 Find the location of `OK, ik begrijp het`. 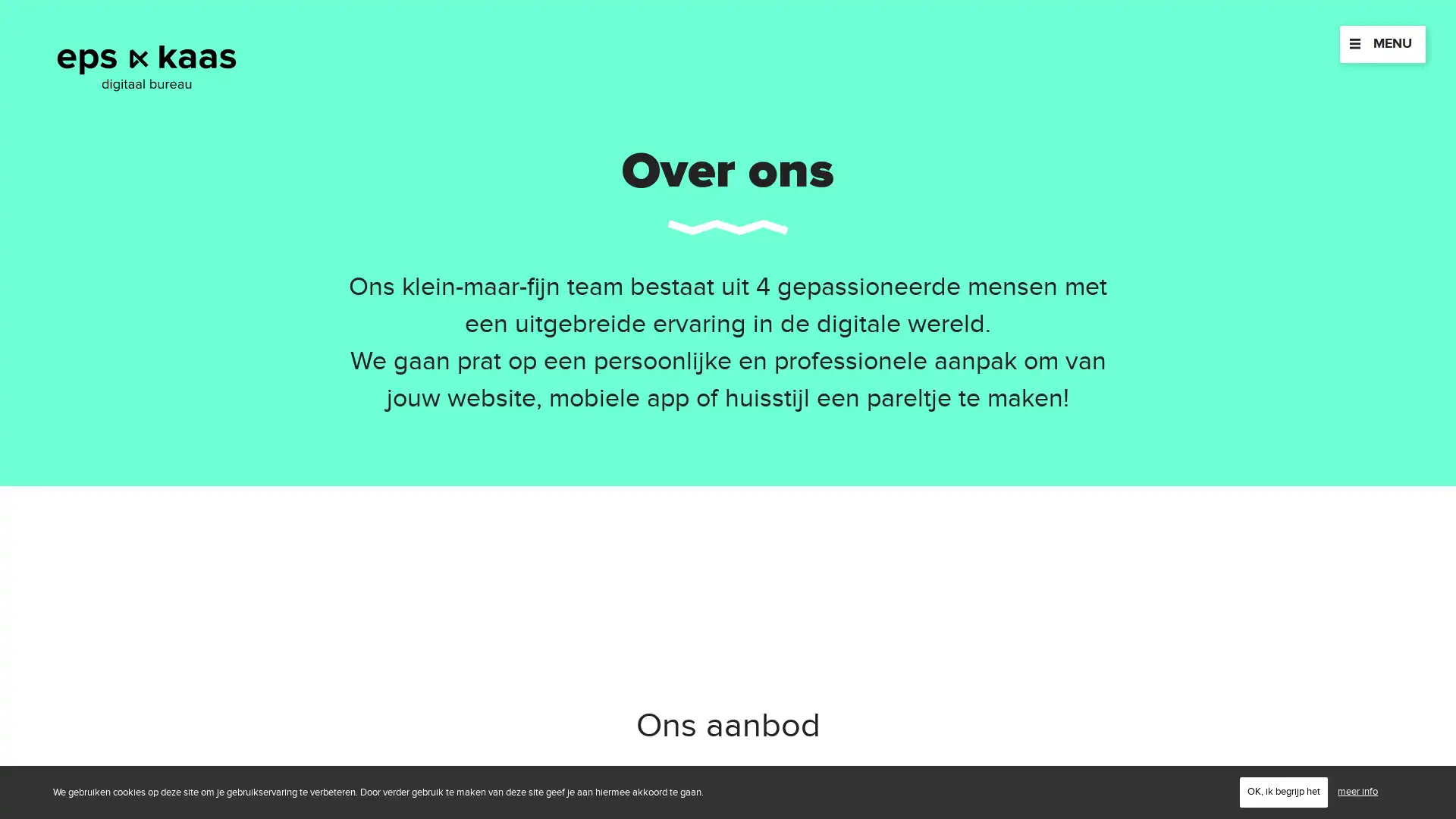

OK, ik begrijp het is located at coordinates (1283, 791).